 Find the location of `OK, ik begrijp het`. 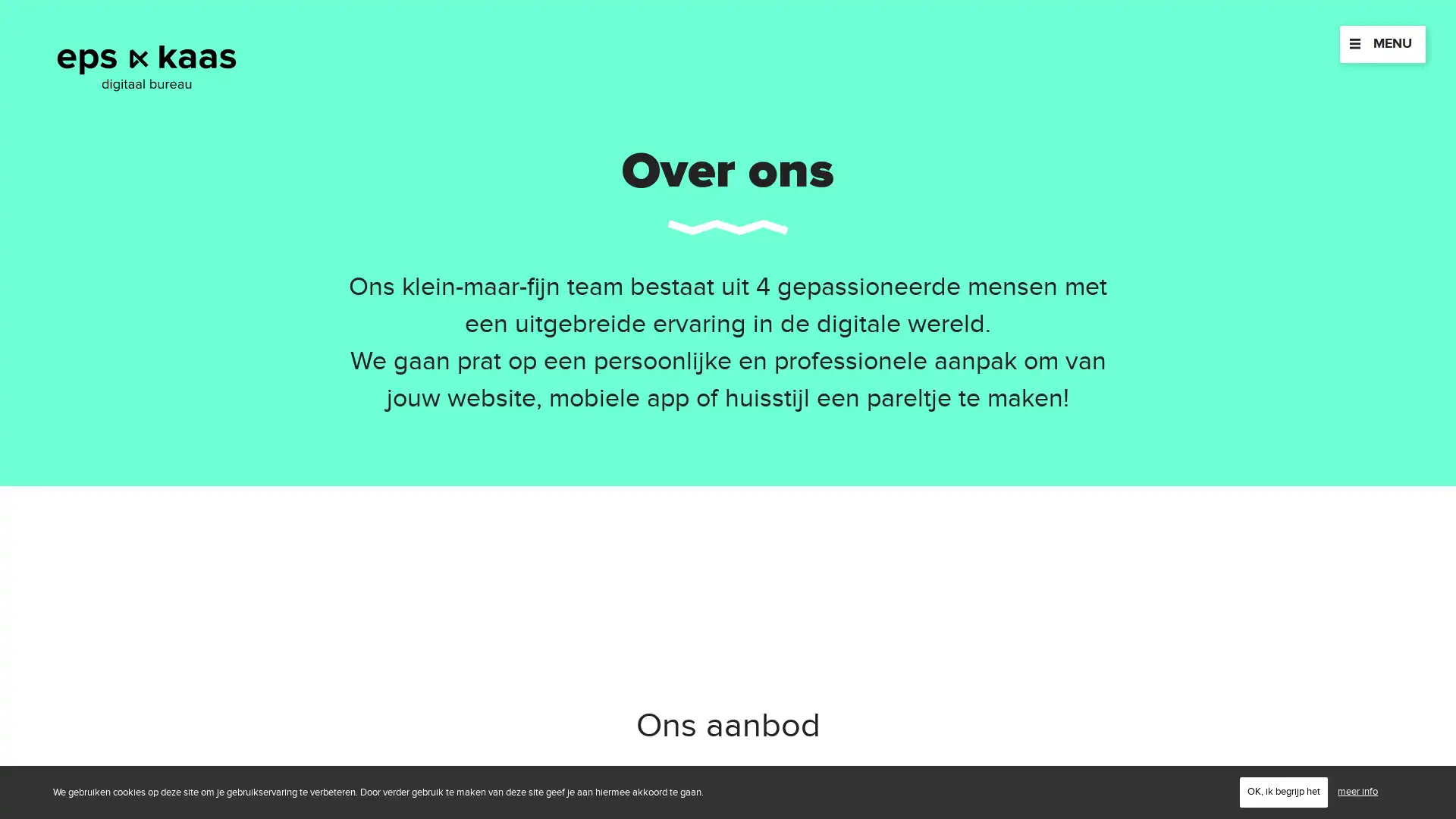

OK, ik begrijp het is located at coordinates (1283, 791).